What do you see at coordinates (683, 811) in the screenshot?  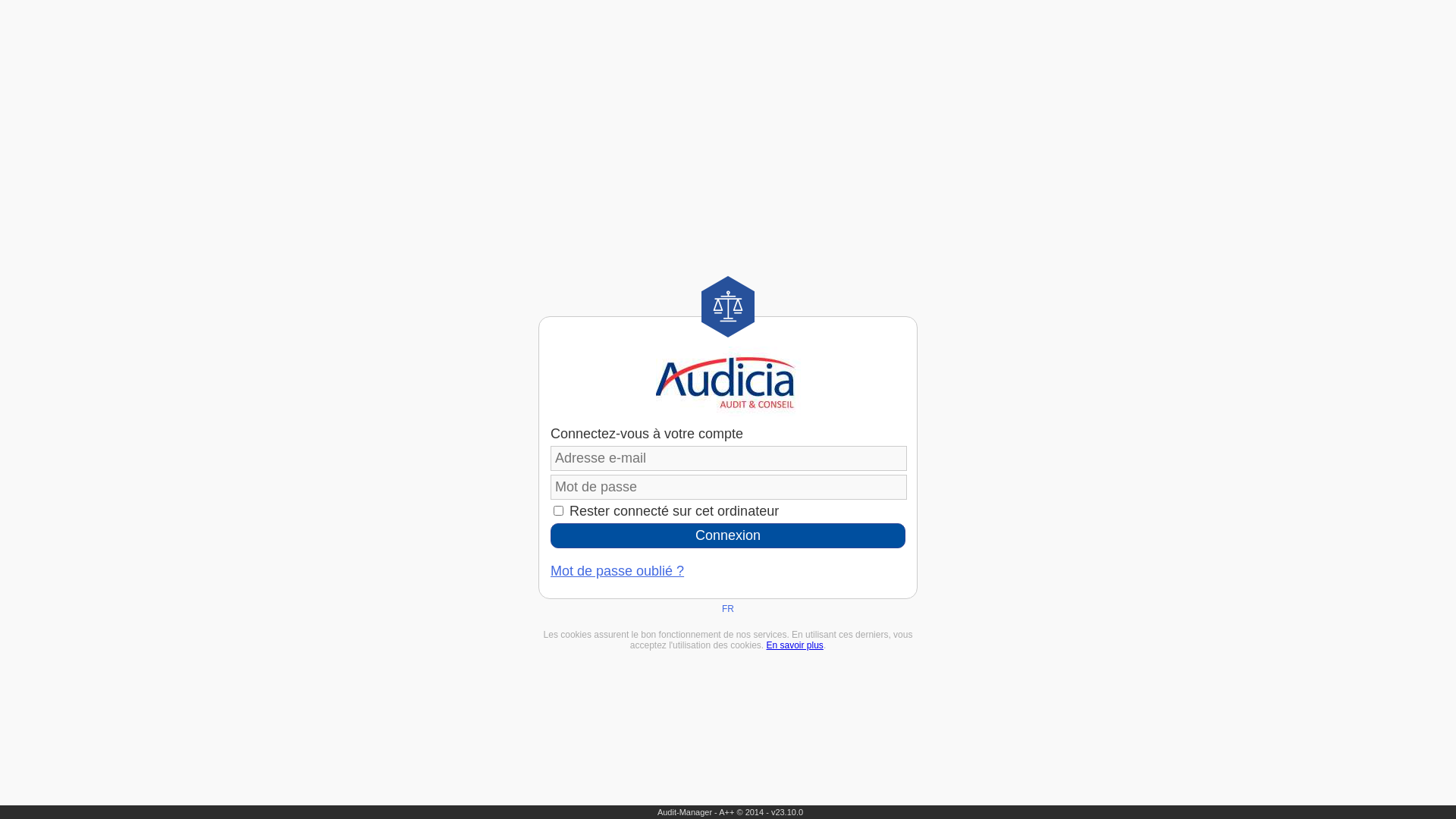 I see `'Audit-Manager'` at bounding box center [683, 811].